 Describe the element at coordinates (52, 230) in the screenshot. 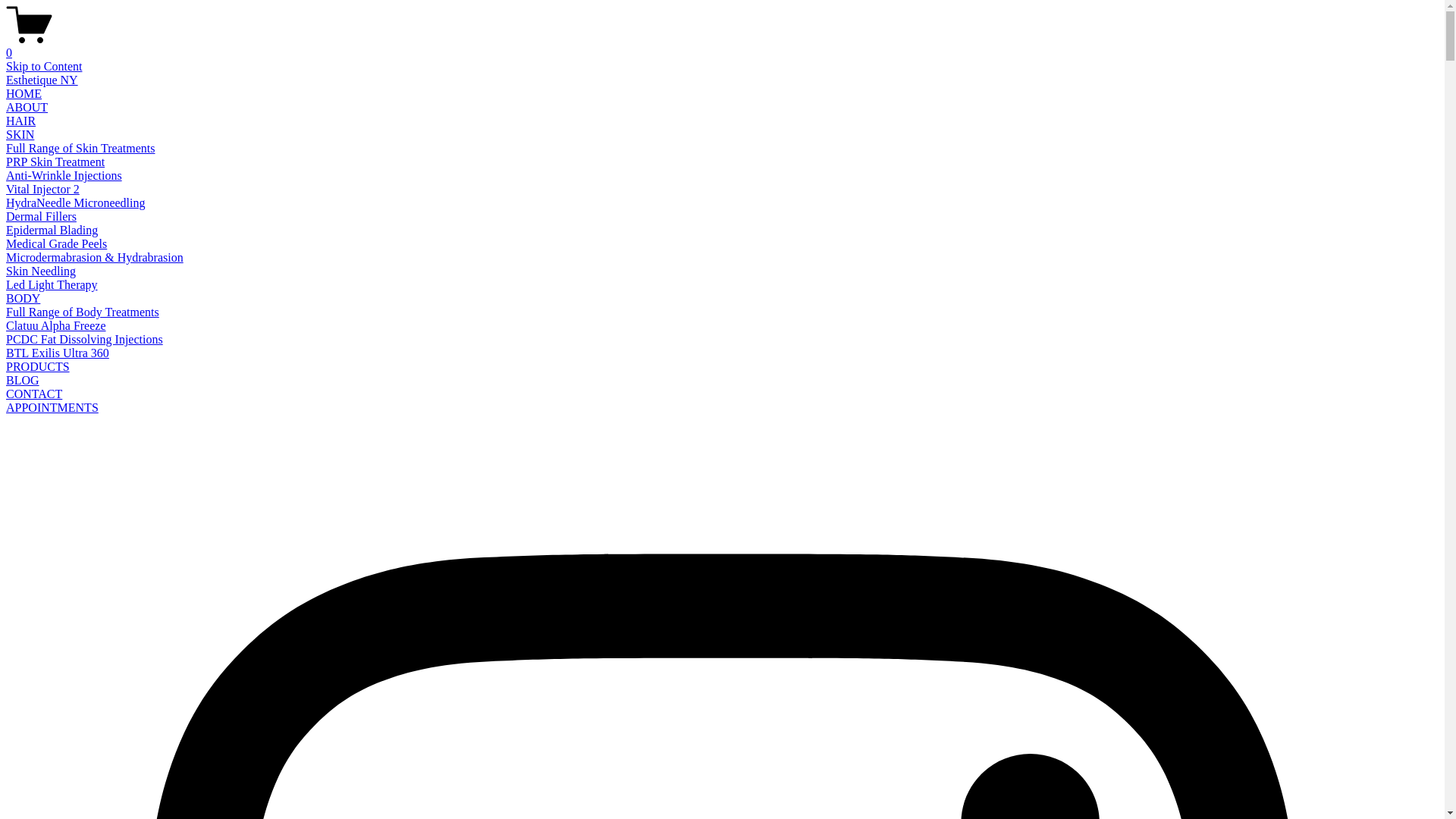

I see `'Epidermal Blading'` at that location.